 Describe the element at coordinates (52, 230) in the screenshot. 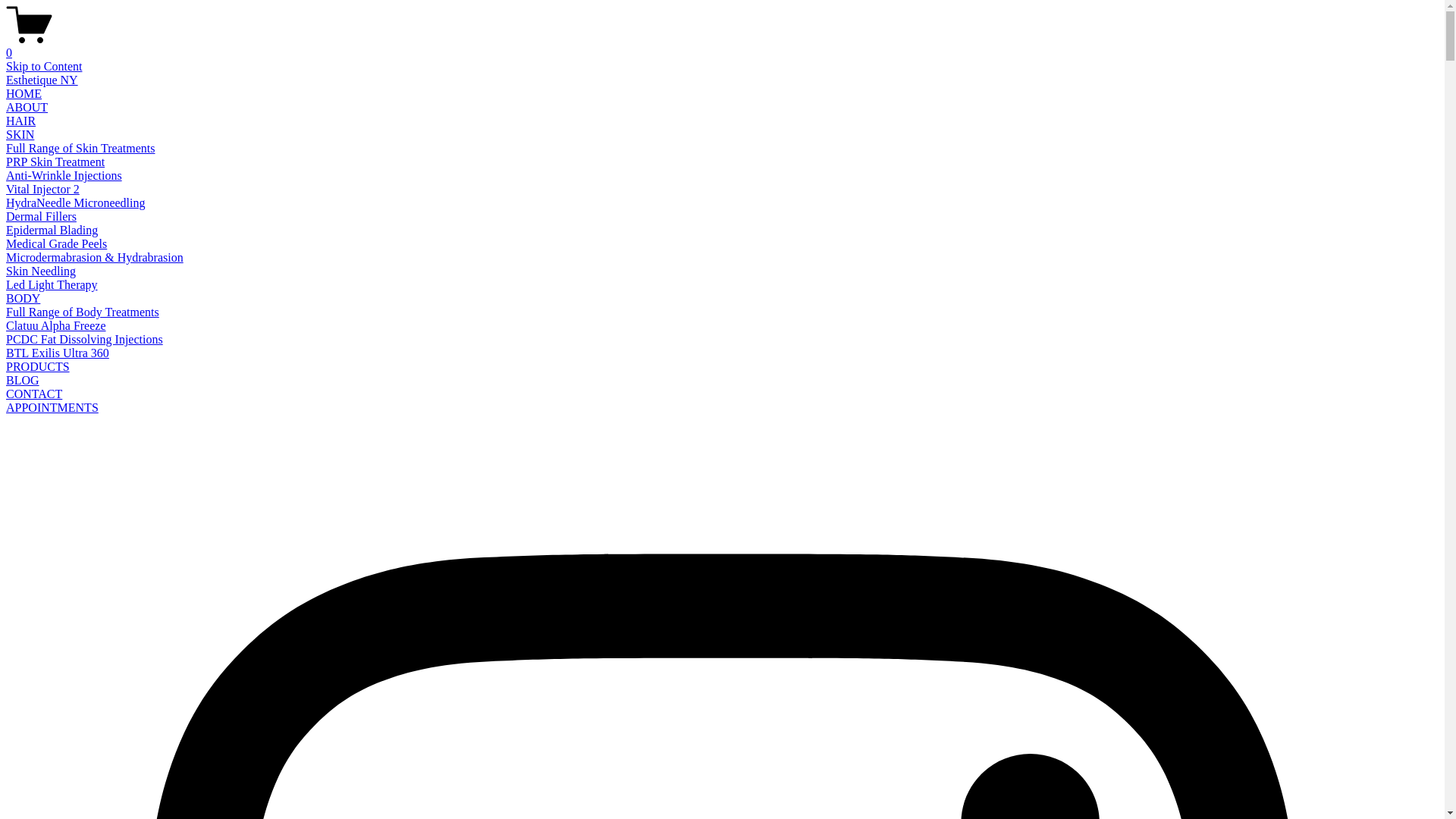

I see `'Epidermal Blading'` at that location.